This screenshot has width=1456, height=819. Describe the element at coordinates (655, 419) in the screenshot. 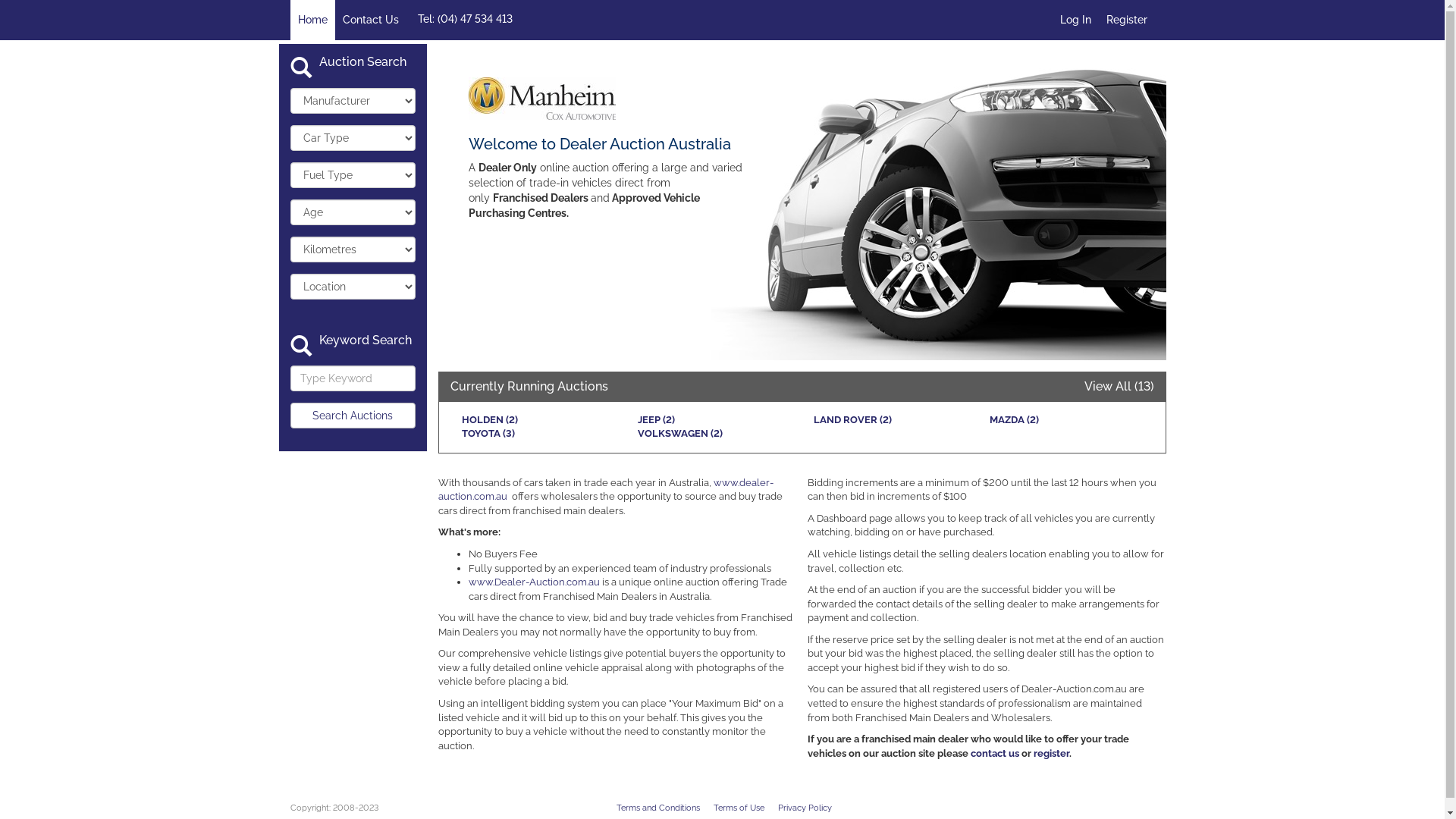

I see `'JEEP (2)'` at that location.